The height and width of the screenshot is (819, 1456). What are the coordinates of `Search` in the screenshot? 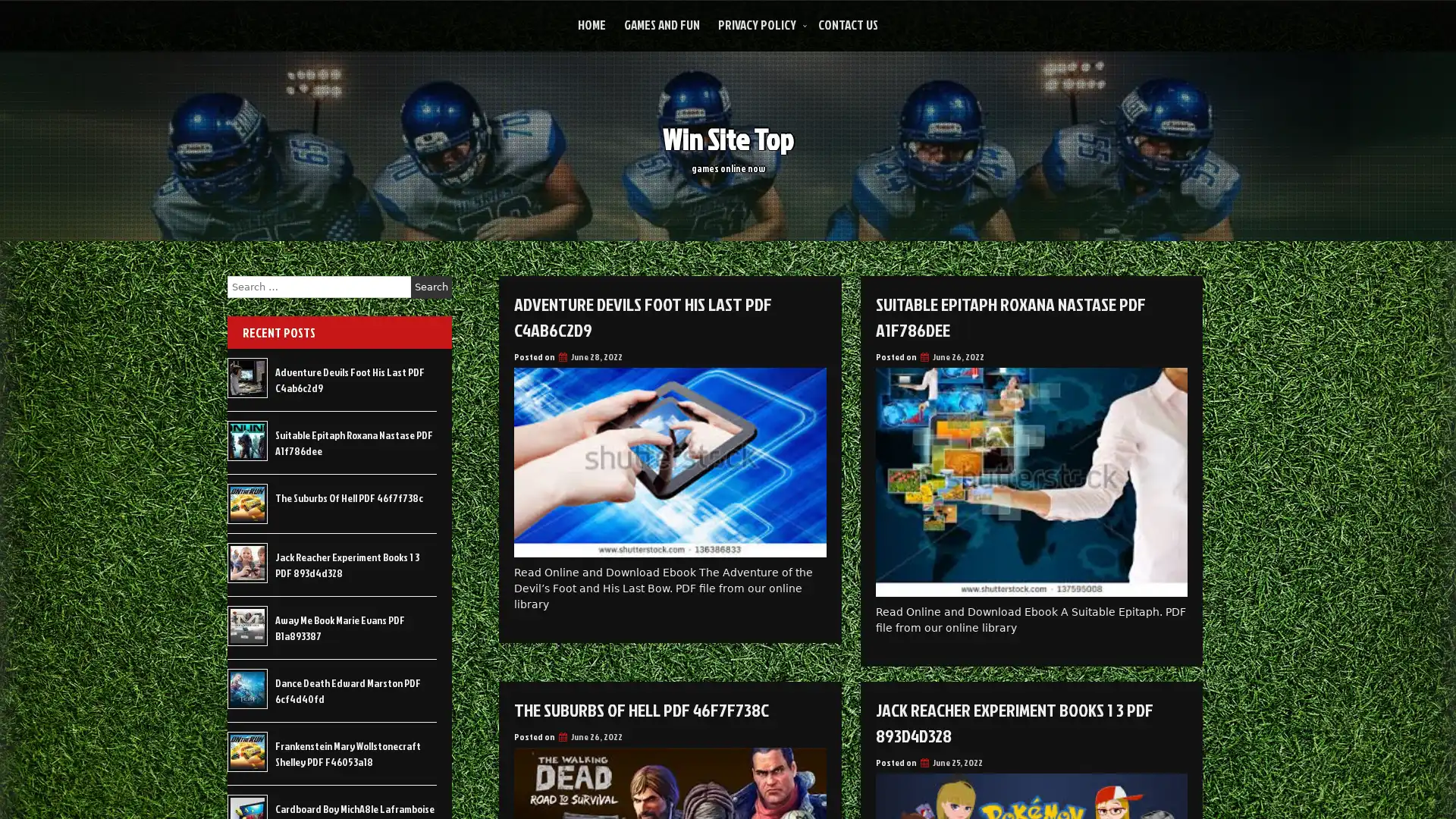 It's located at (431, 287).